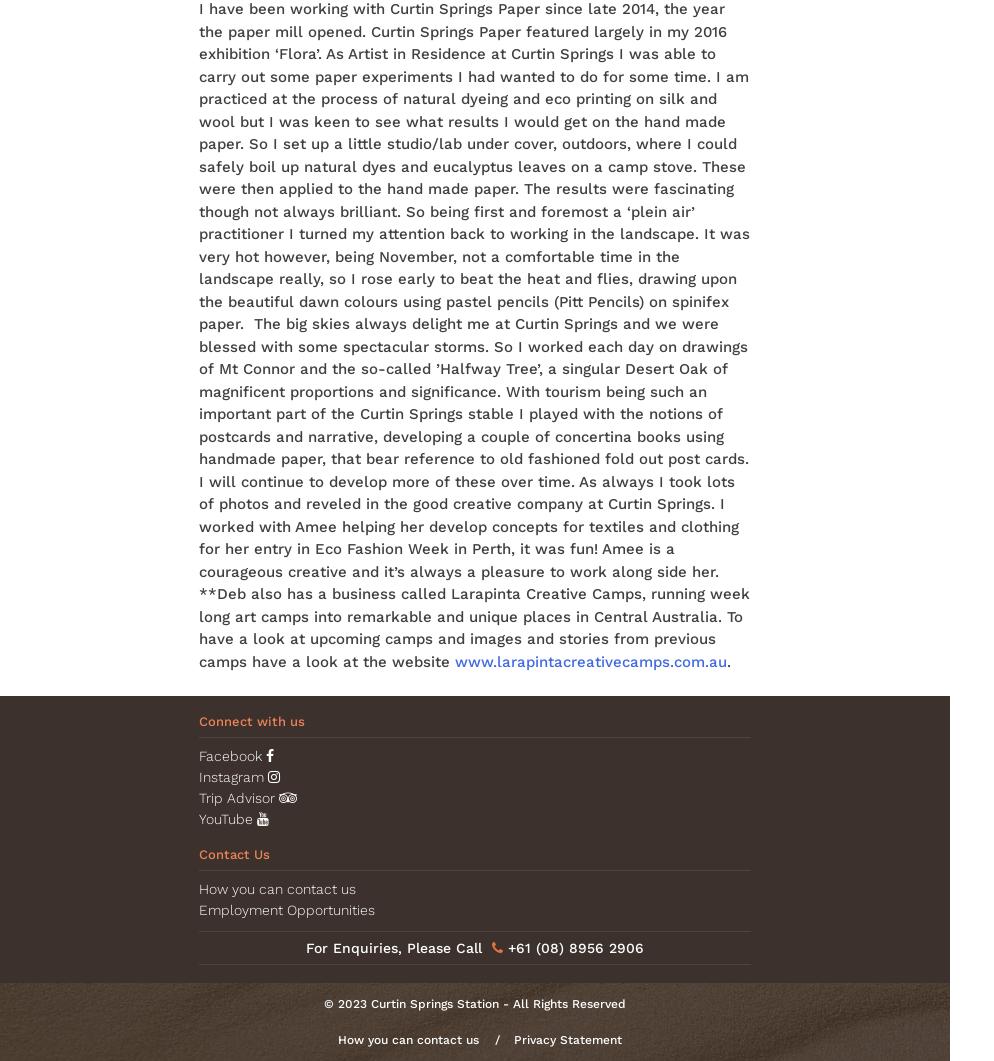  What do you see at coordinates (228, 818) in the screenshot?
I see `'YouTube'` at bounding box center [228, 818].